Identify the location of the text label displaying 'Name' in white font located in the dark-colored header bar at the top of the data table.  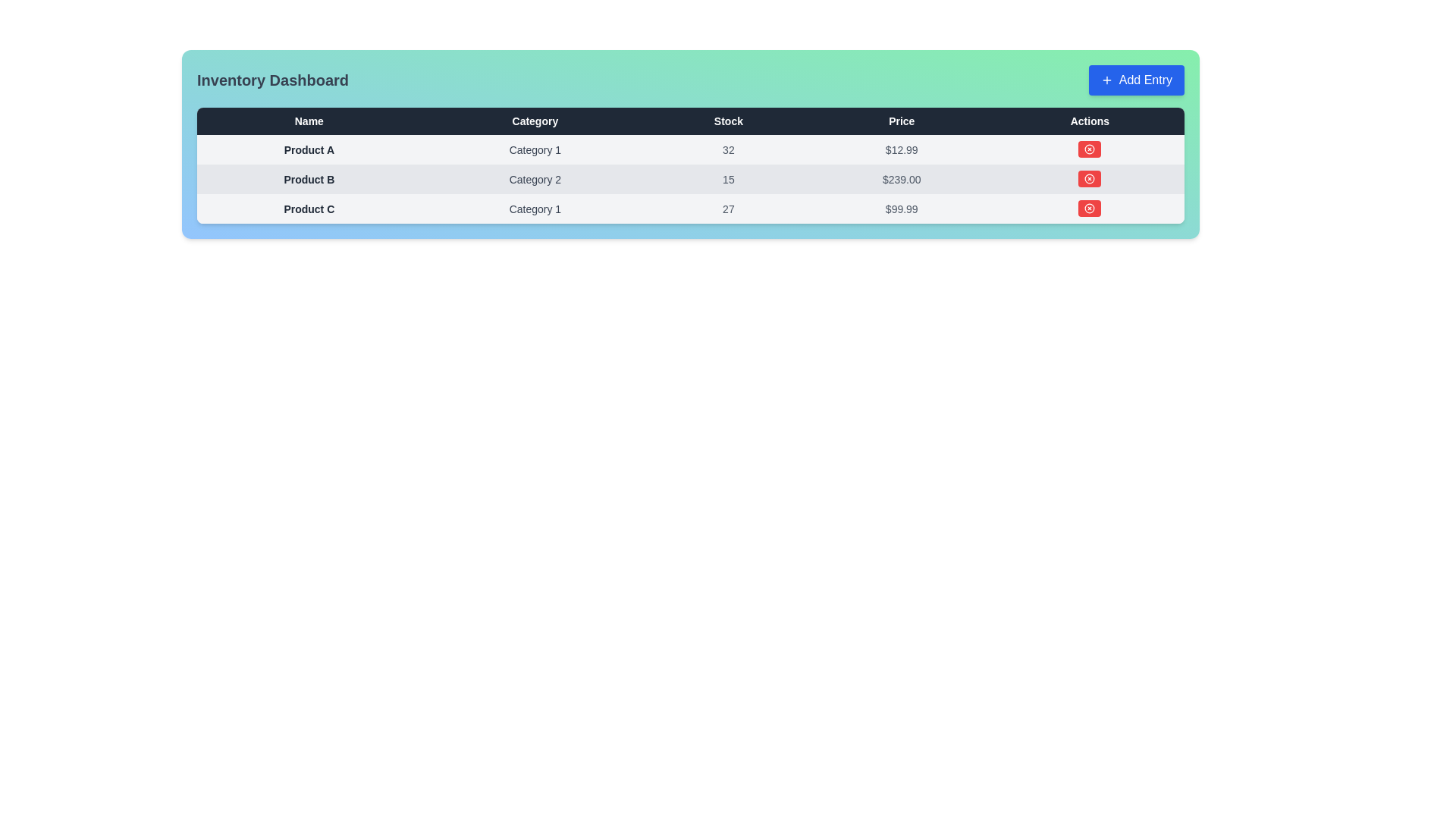
(308, 120).